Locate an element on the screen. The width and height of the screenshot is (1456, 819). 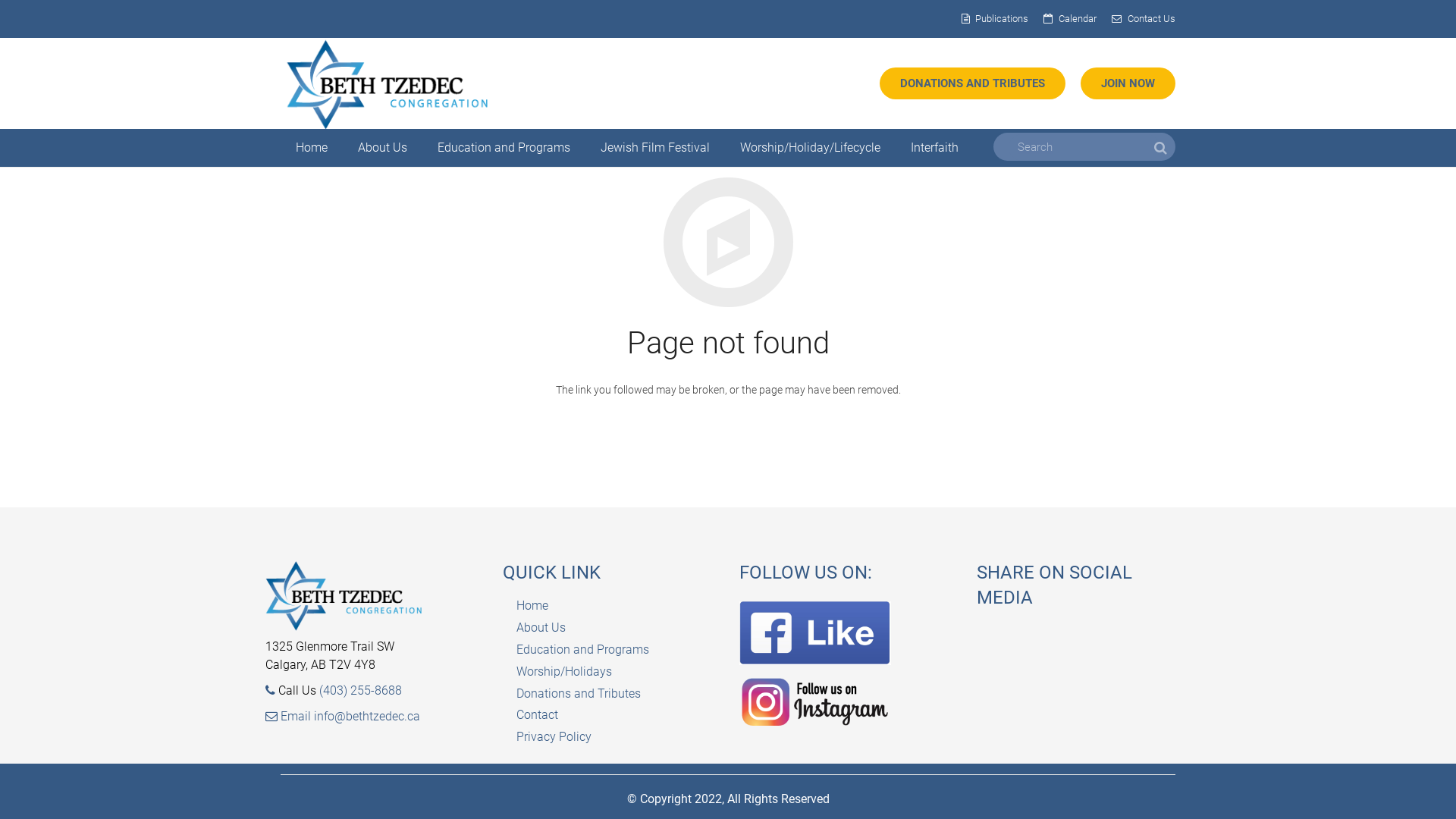
'Worship/Holiday/Lifecycle' is located at coordinates (723, 148).